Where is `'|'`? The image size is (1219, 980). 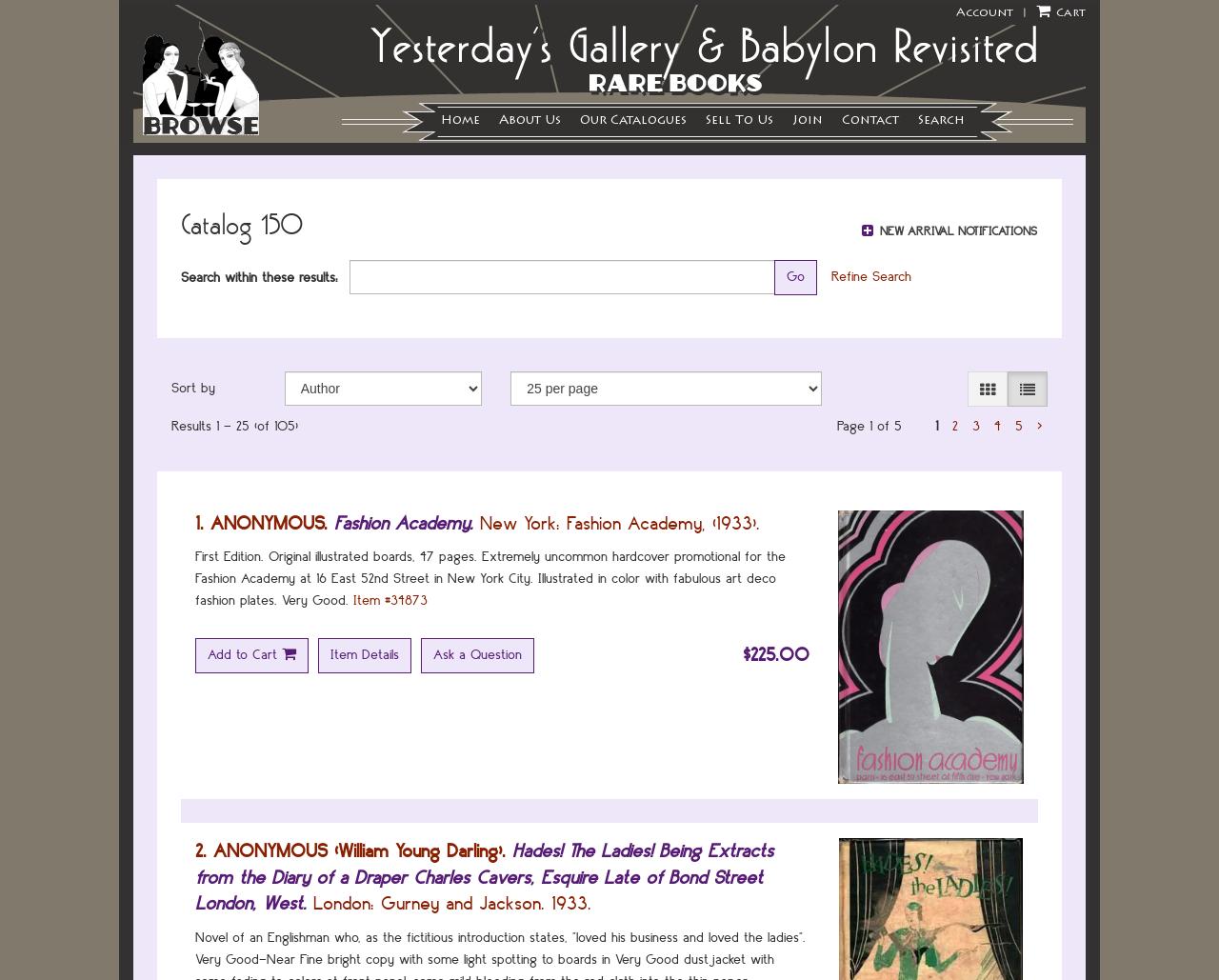 '|' is located at coordinates (1023, 12).